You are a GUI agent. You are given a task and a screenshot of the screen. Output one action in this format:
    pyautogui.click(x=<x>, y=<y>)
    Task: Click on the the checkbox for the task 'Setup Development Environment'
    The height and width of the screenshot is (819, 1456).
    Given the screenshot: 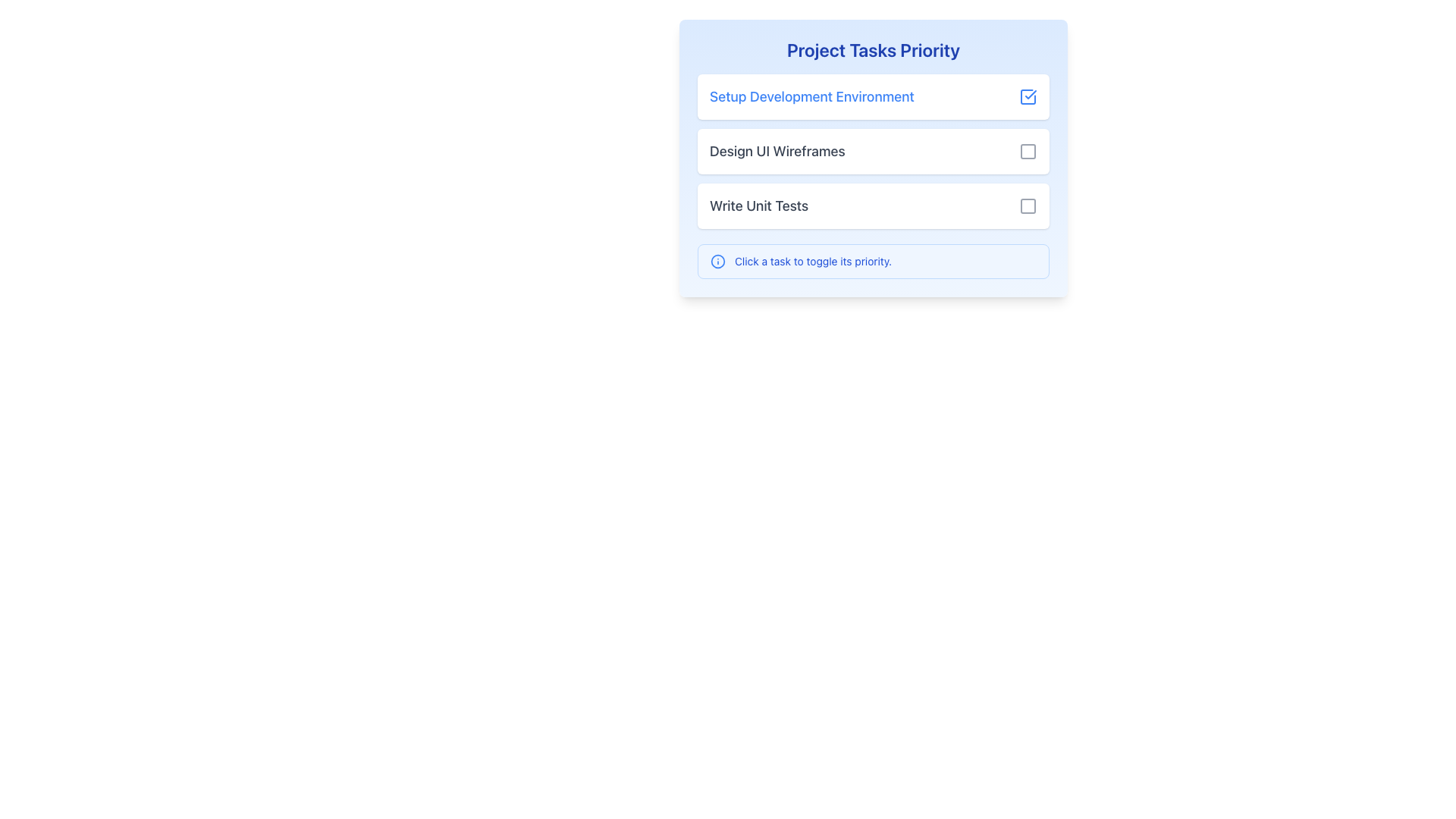 What is the action you would take?
    pyautogui.click(x=1028, y=96)
    